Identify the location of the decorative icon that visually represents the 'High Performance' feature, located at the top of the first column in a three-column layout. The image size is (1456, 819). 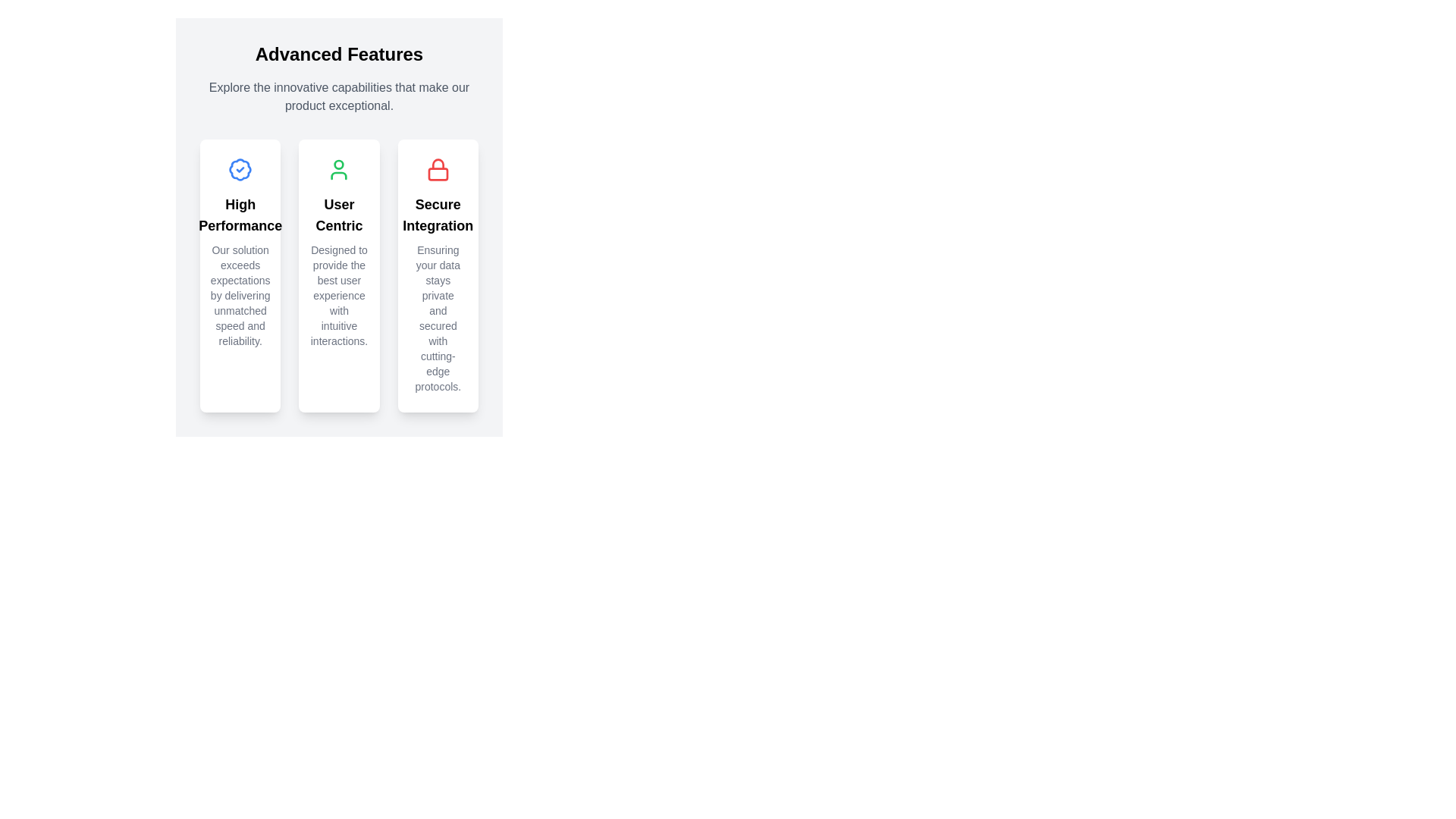
(240, 169).